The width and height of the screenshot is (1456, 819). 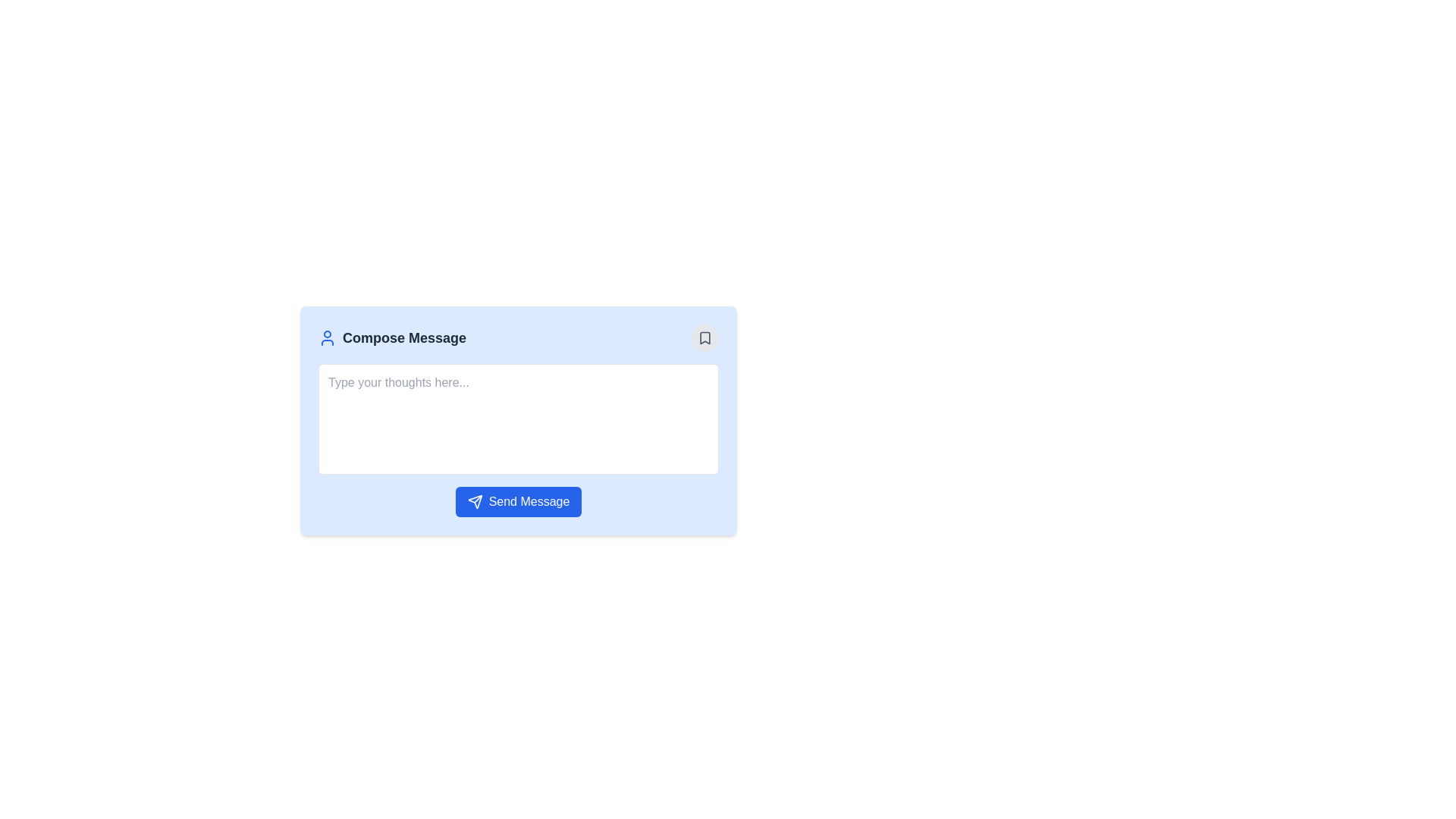 I want to click on the user profile icon, which is styled as an outlined human figure in blue, located to the left of the 'Compose Message' text, so click(x=327, y=337).